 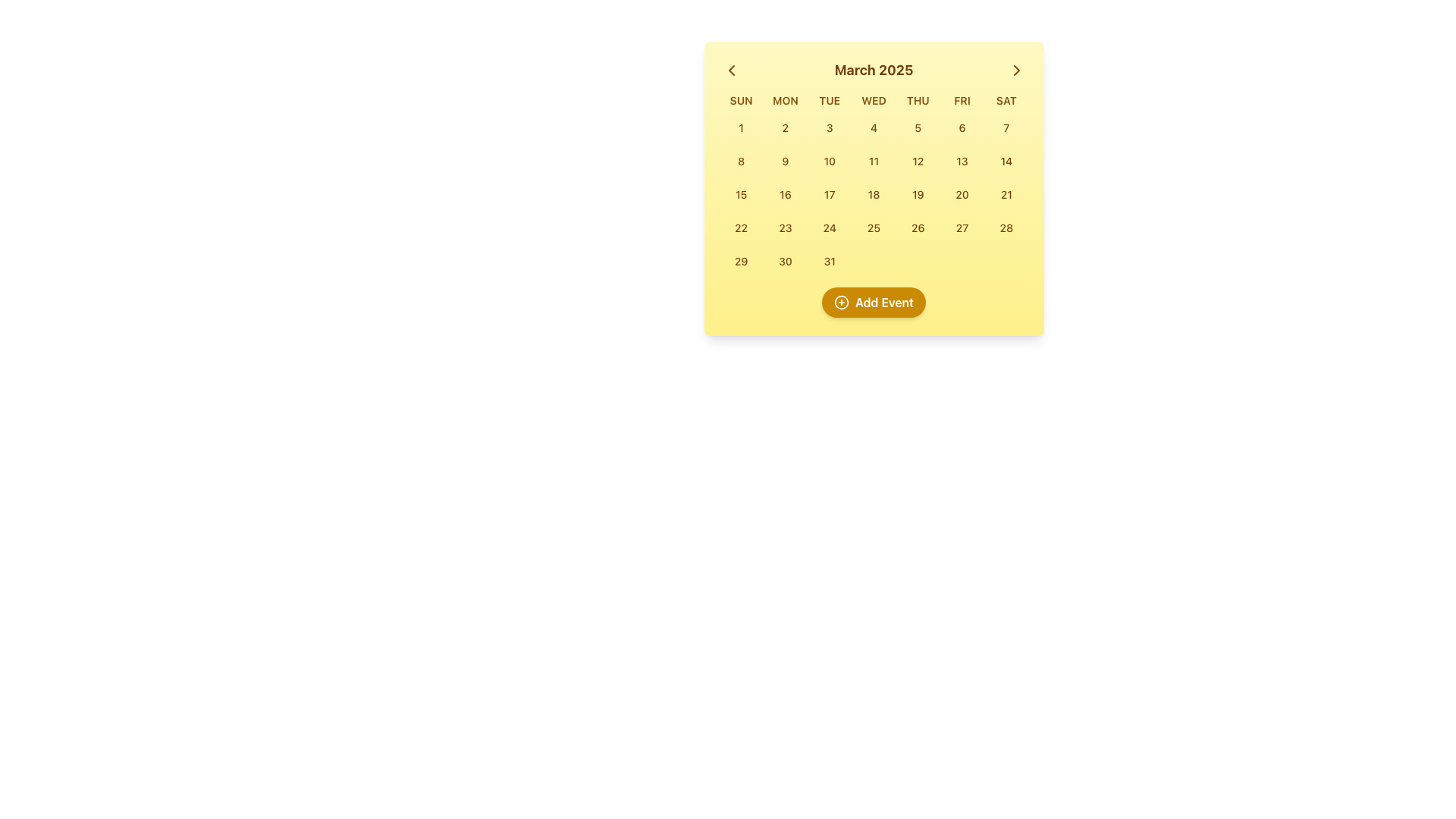 I want to click on the digit '7', so click(x=1006, y=127).